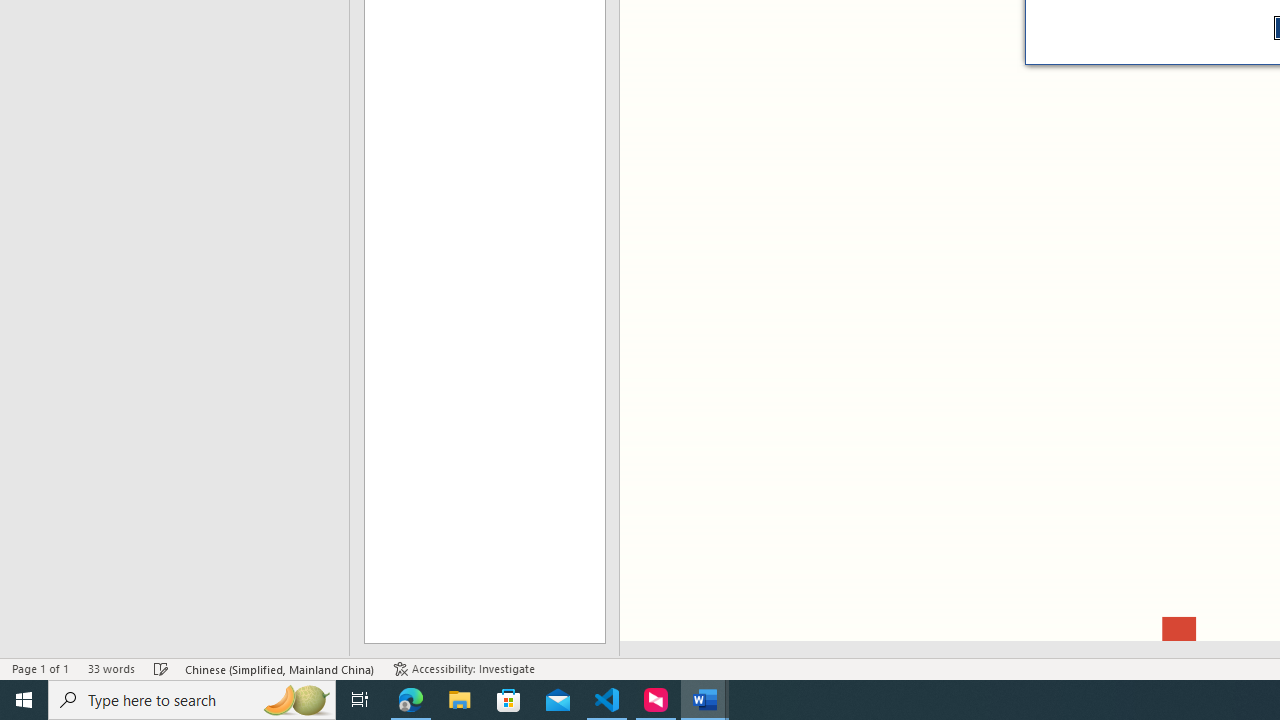 The height and width of the screenshot is (720, 1280). I want to click on 'Type here to search', so click(192, 698).